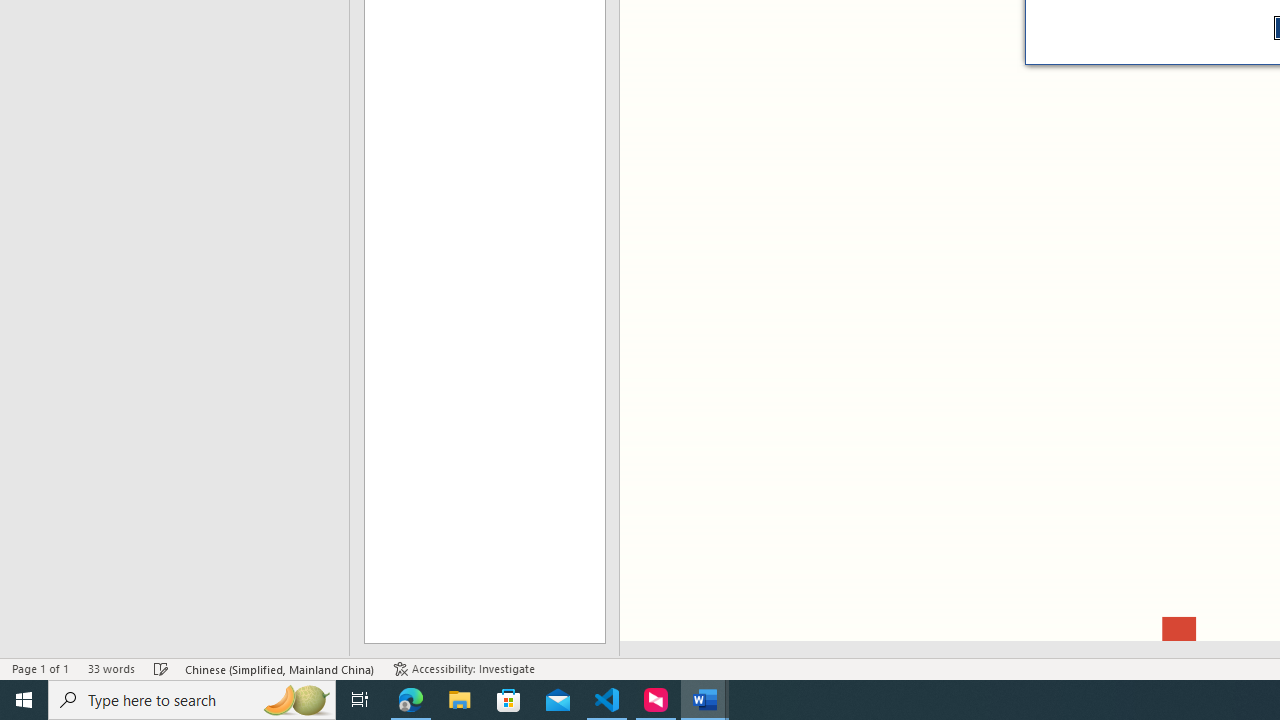 The height and width of the screenshot is (720, 1280). I want to click on 'Type here to search', so click(192, 698).